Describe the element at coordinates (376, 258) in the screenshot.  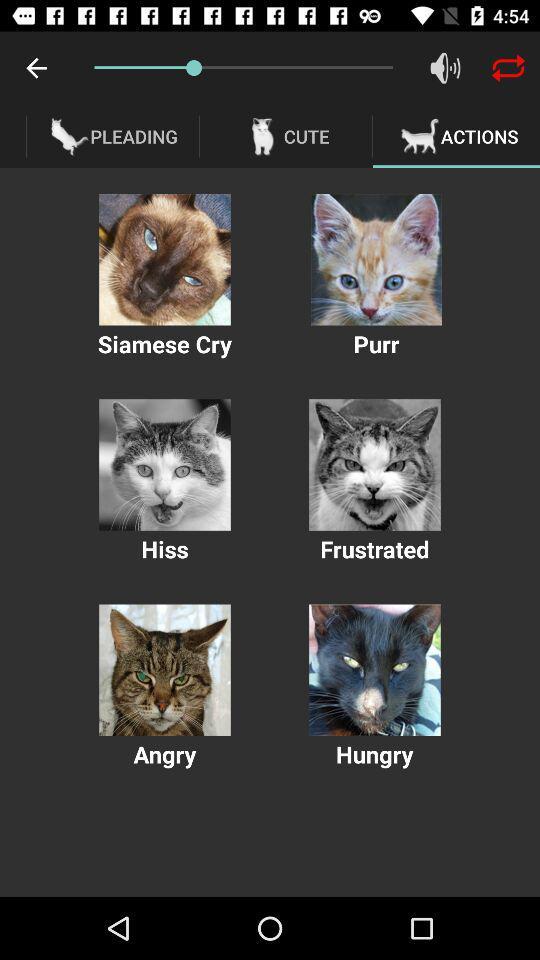
I see `purr` at that location.